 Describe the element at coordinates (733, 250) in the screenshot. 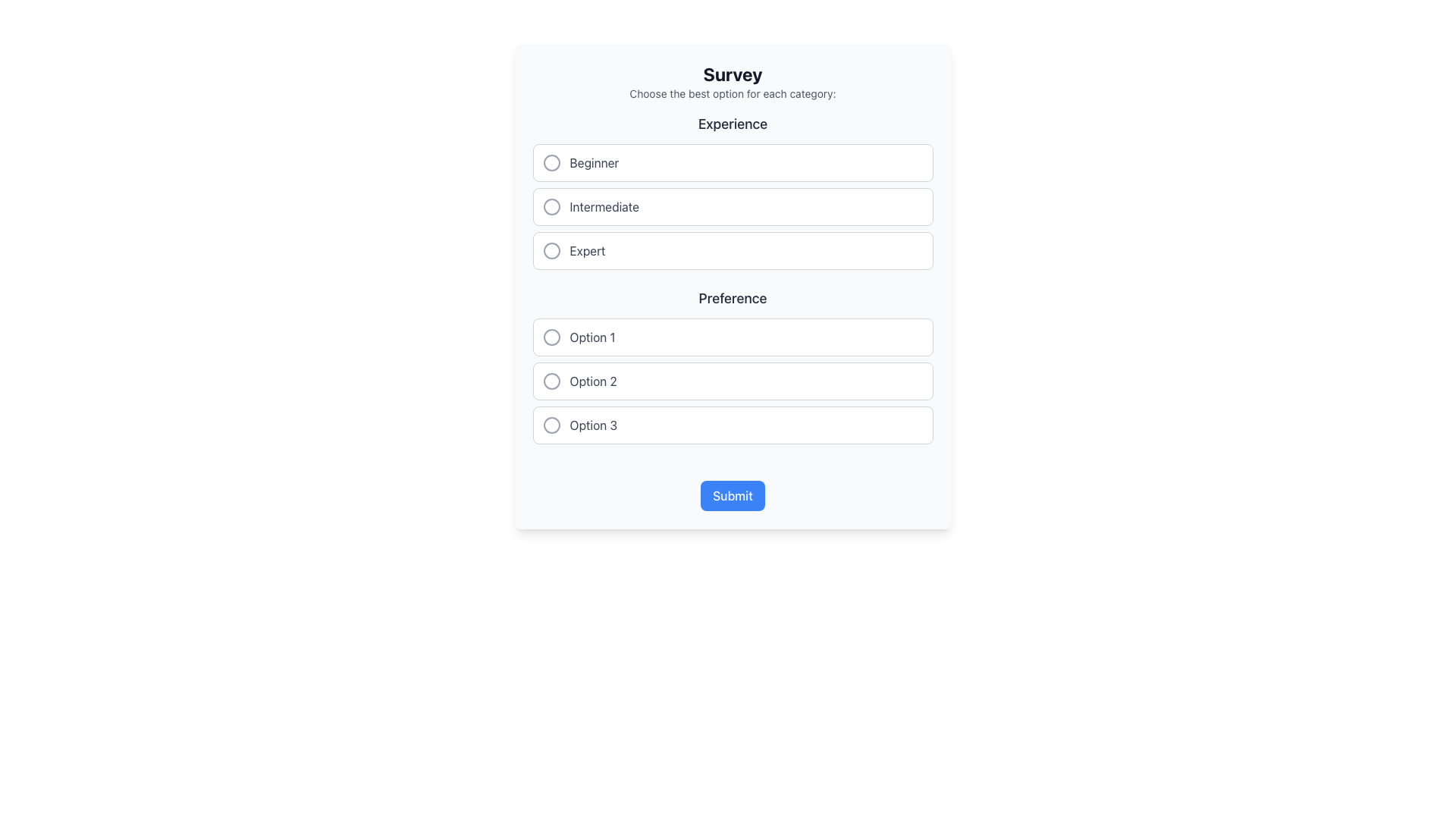

I see `the radio button labeled 'Expert'` at that location.